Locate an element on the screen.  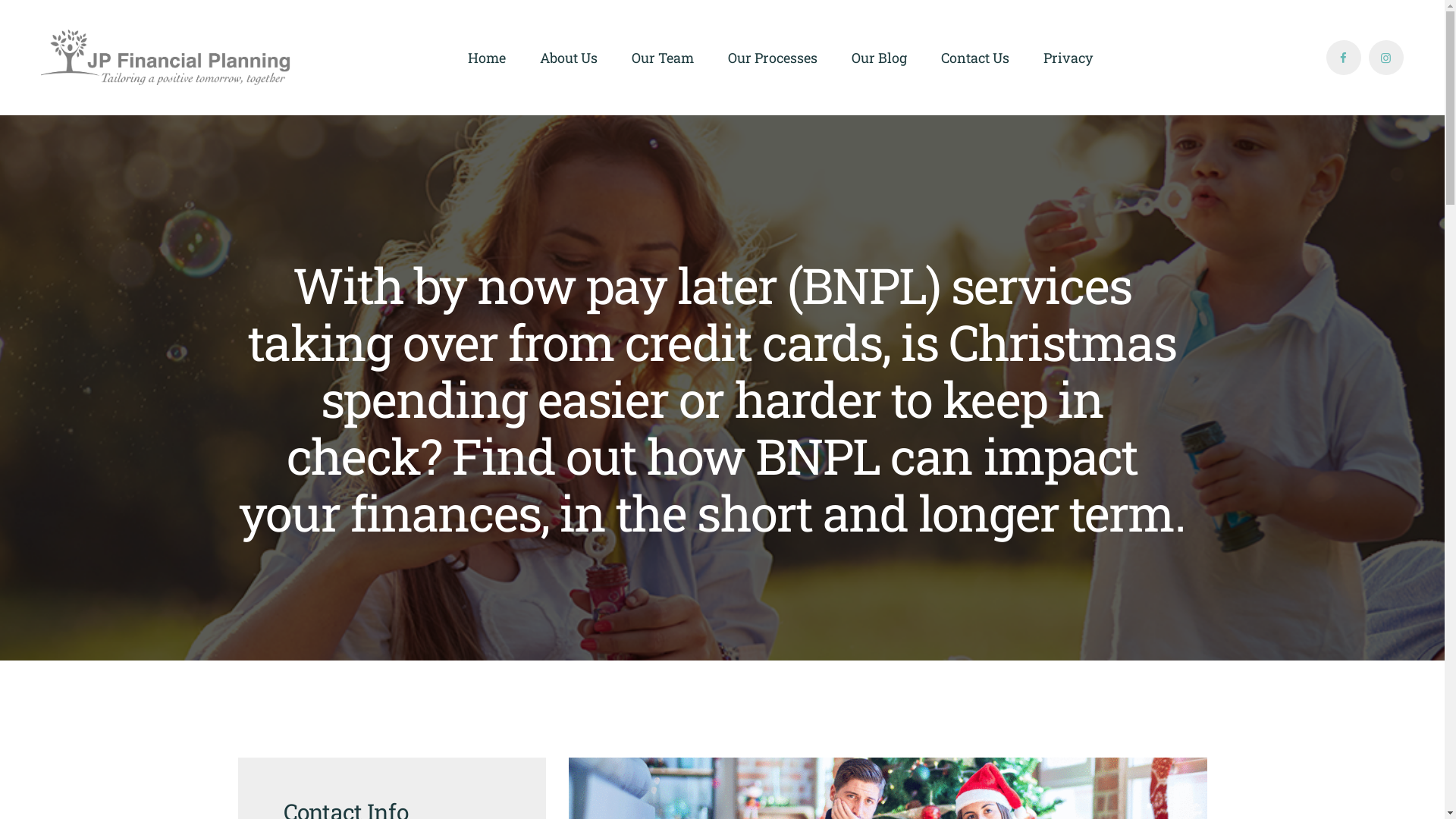
'Our Blog' is located at coordinates (878, 57).